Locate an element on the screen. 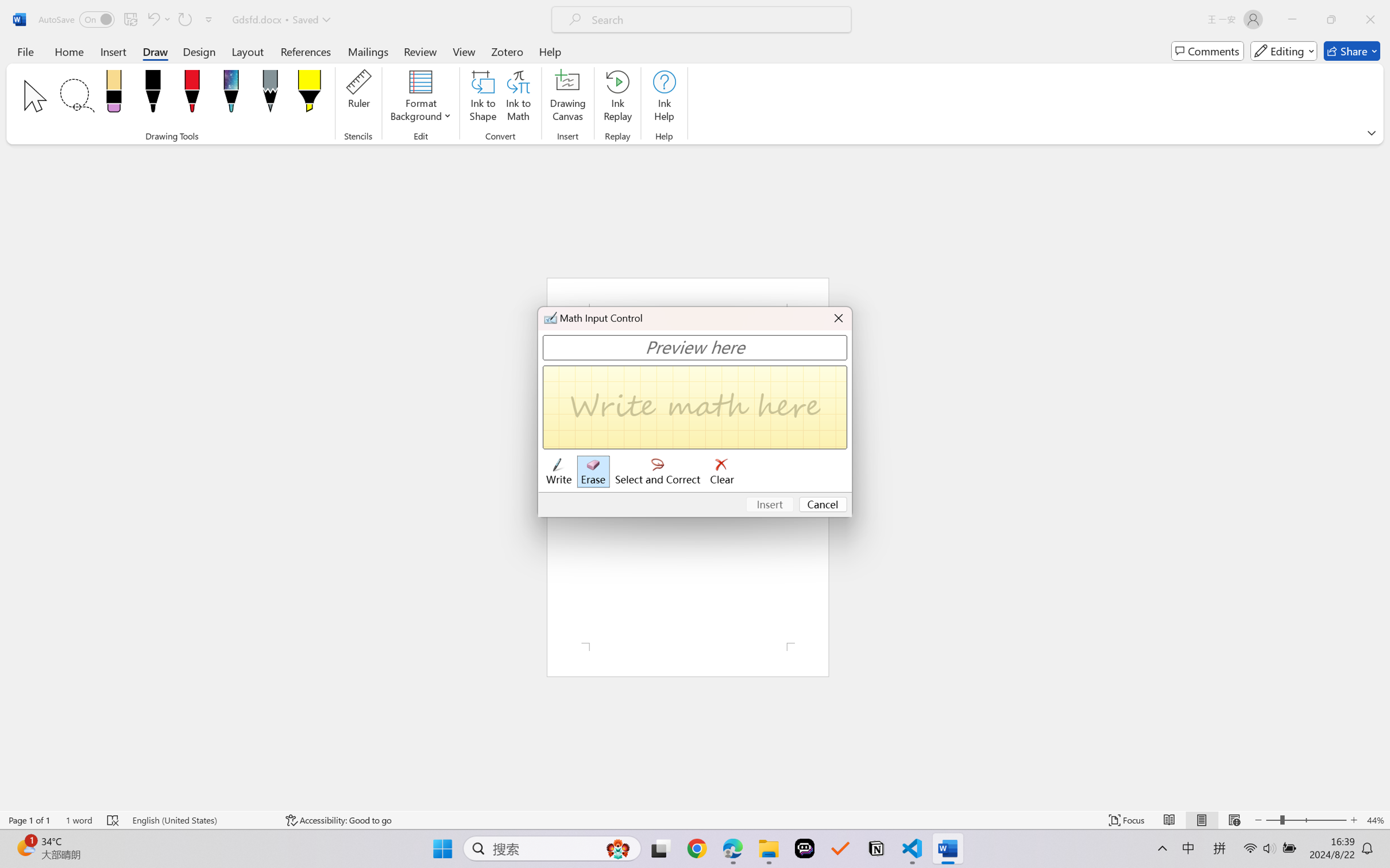 The image size is (1390, 868). 'Erase' is located at coordinates (593, 471).